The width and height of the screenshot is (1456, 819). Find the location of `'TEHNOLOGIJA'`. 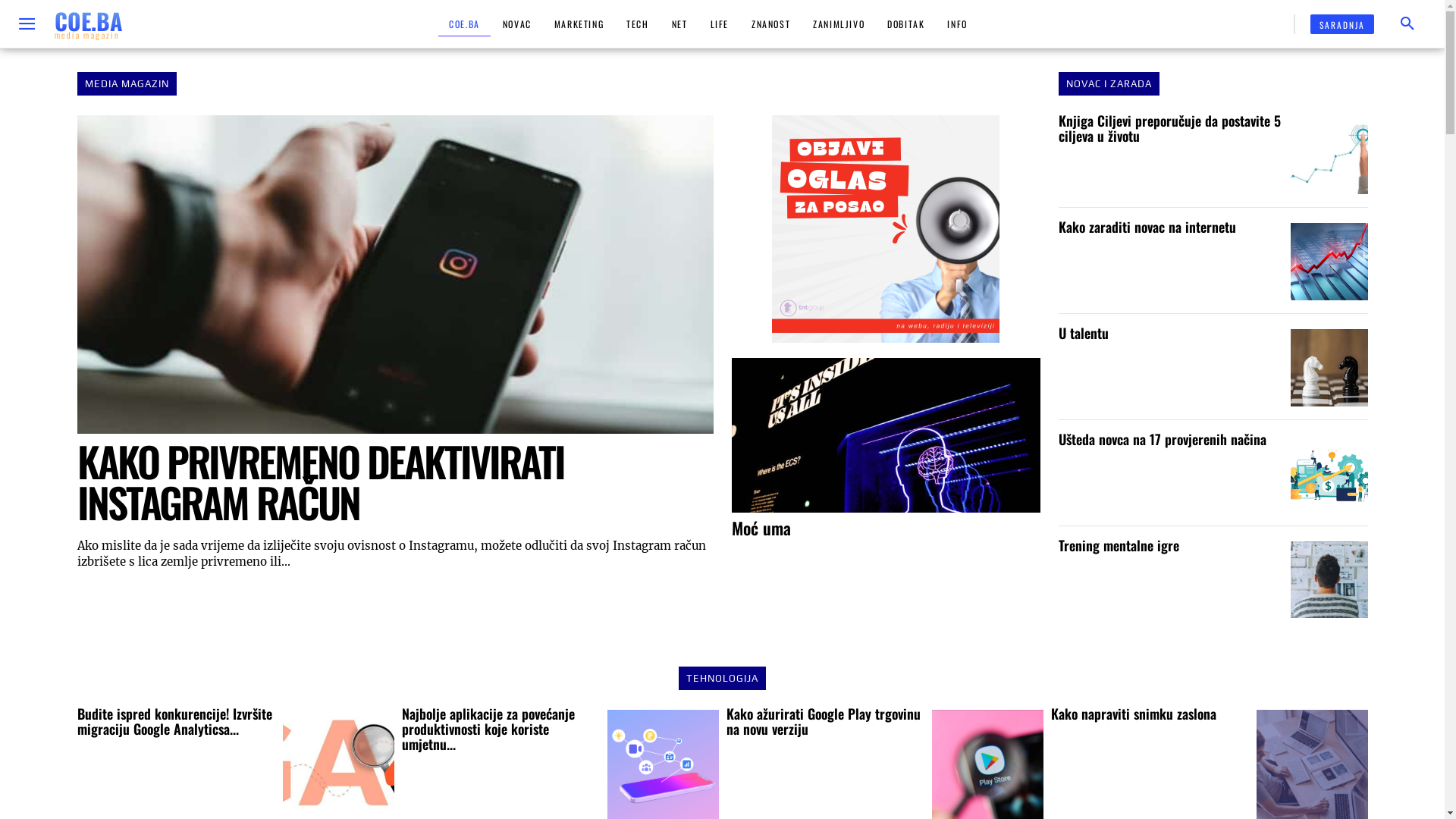

'TEHNOLOGIJA' is located at coordinates (721, 677).